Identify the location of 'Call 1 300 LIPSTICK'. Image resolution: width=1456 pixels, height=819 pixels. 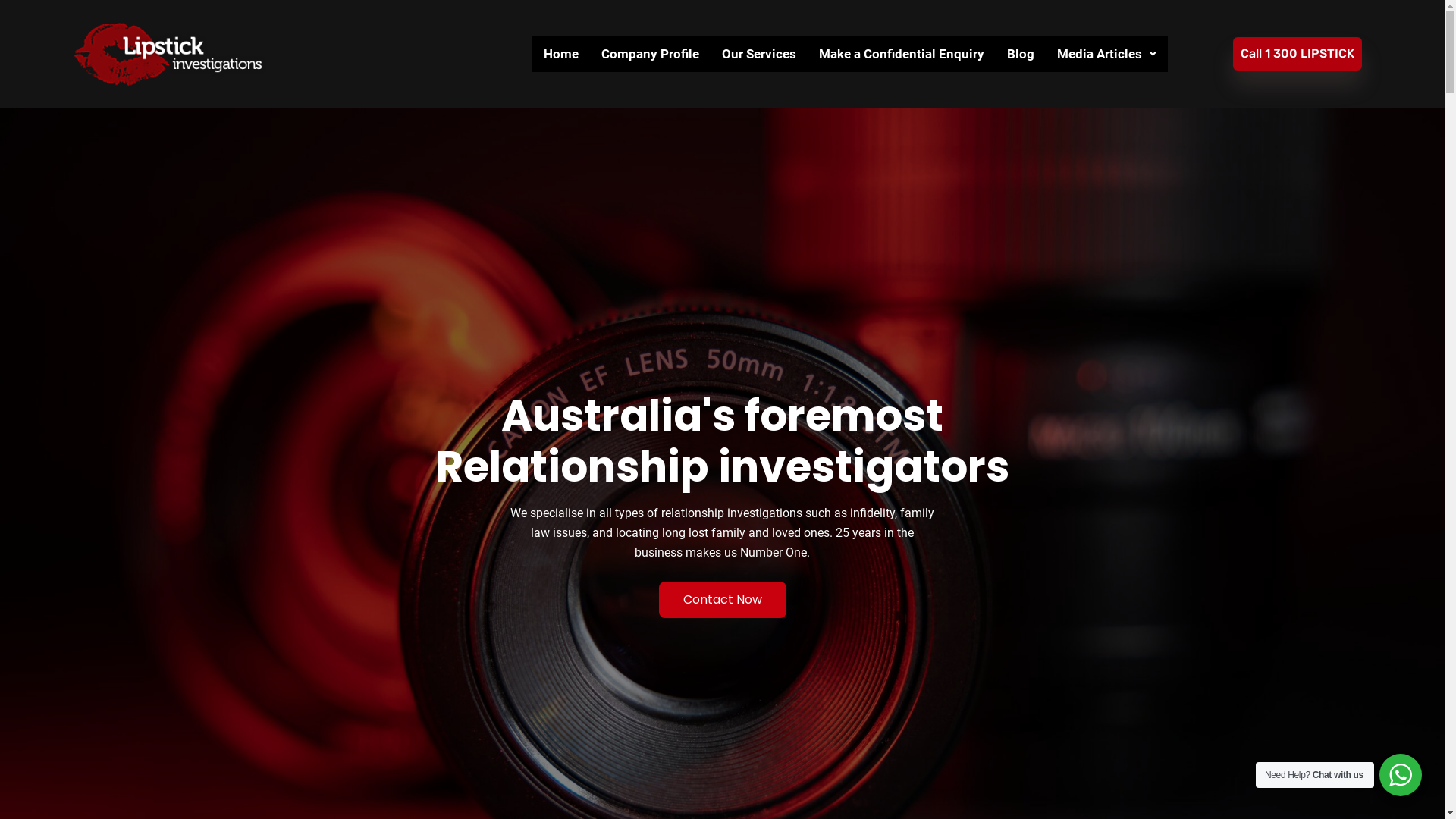
(1233, 52).